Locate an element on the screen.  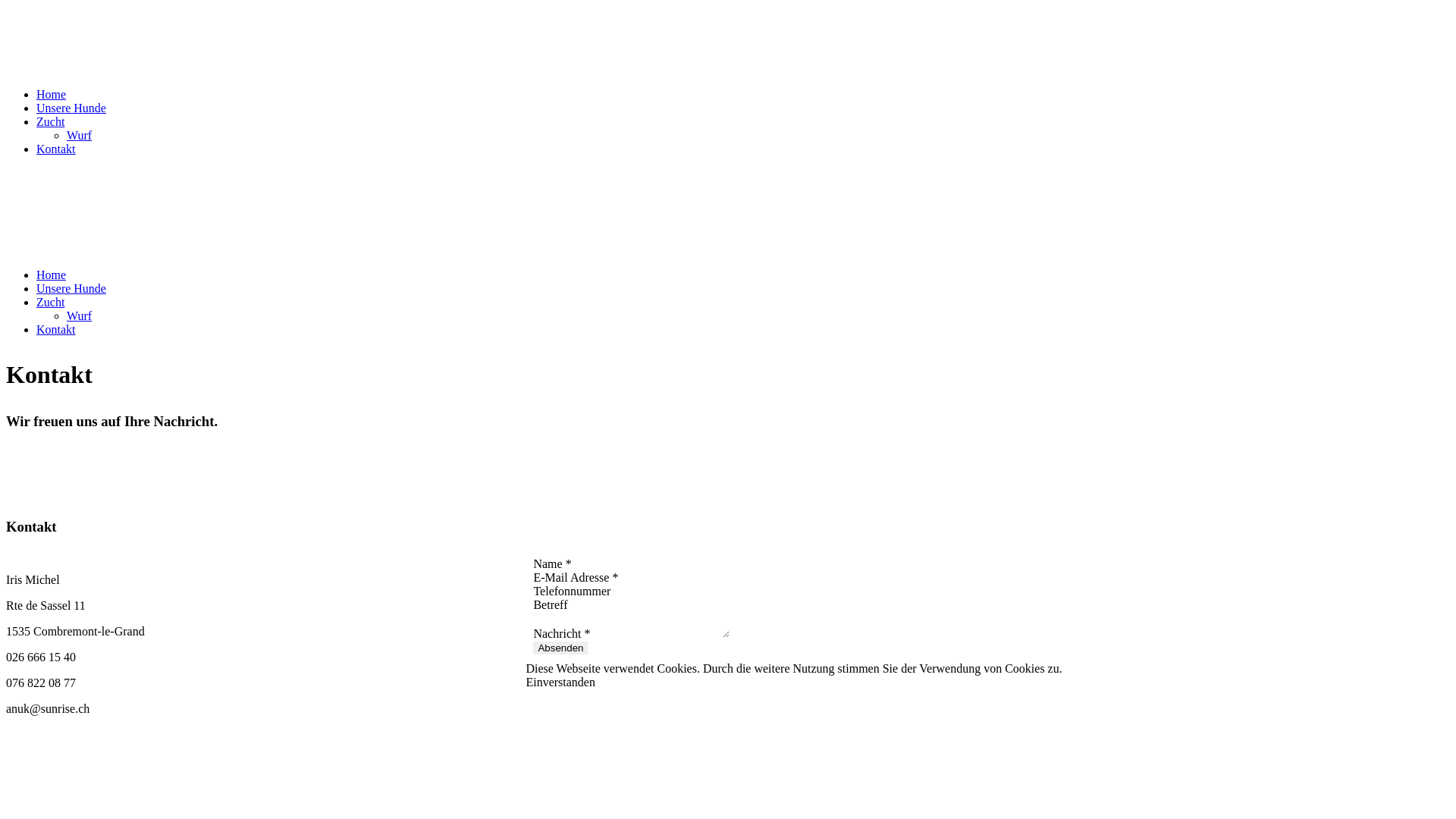
'Kontakt' is located at coordinates (36, 328).